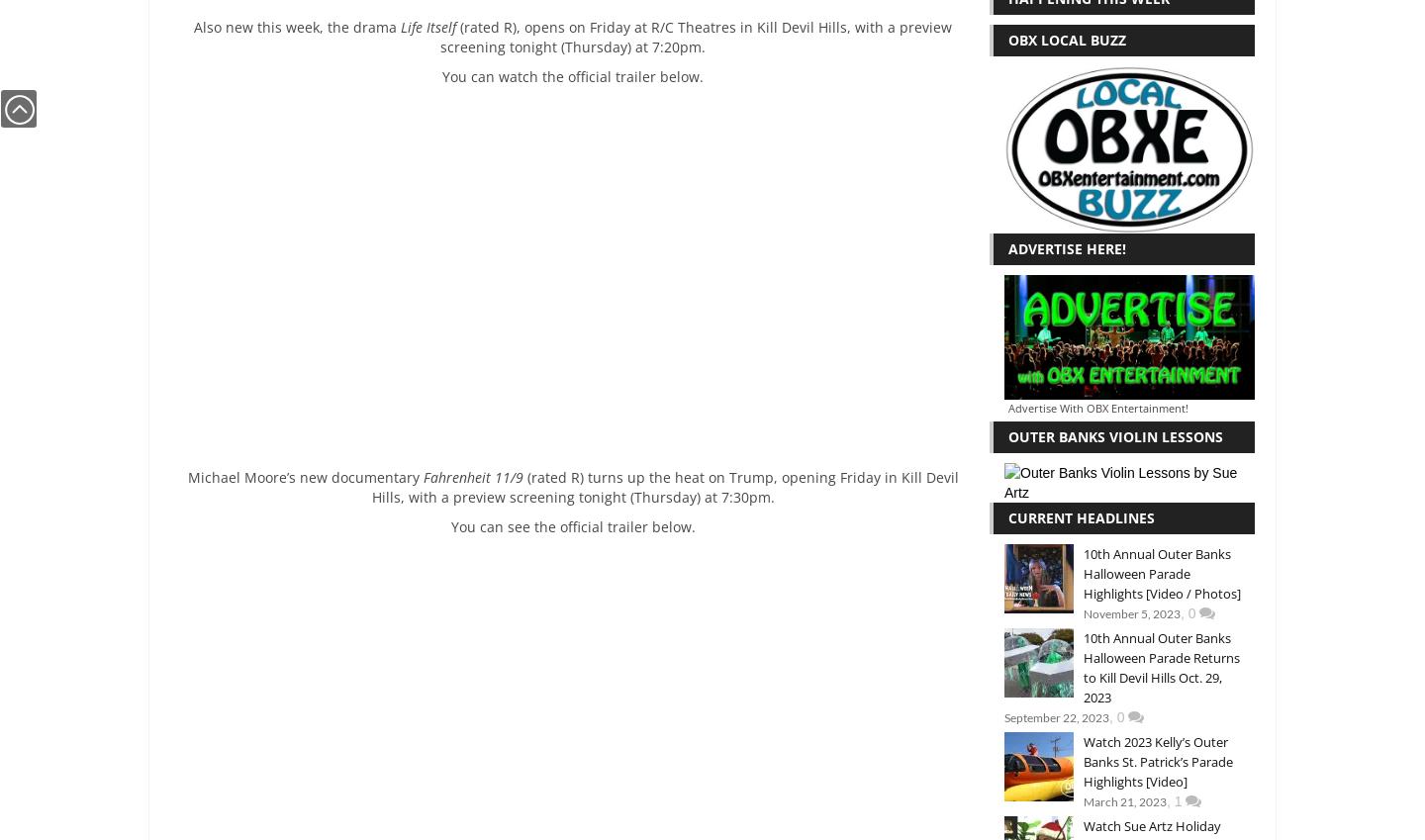  What do you see at coordinates (1080, 516) in the screenshot?
I see `'Current Headlines'` at bounding box center [1080, 516].